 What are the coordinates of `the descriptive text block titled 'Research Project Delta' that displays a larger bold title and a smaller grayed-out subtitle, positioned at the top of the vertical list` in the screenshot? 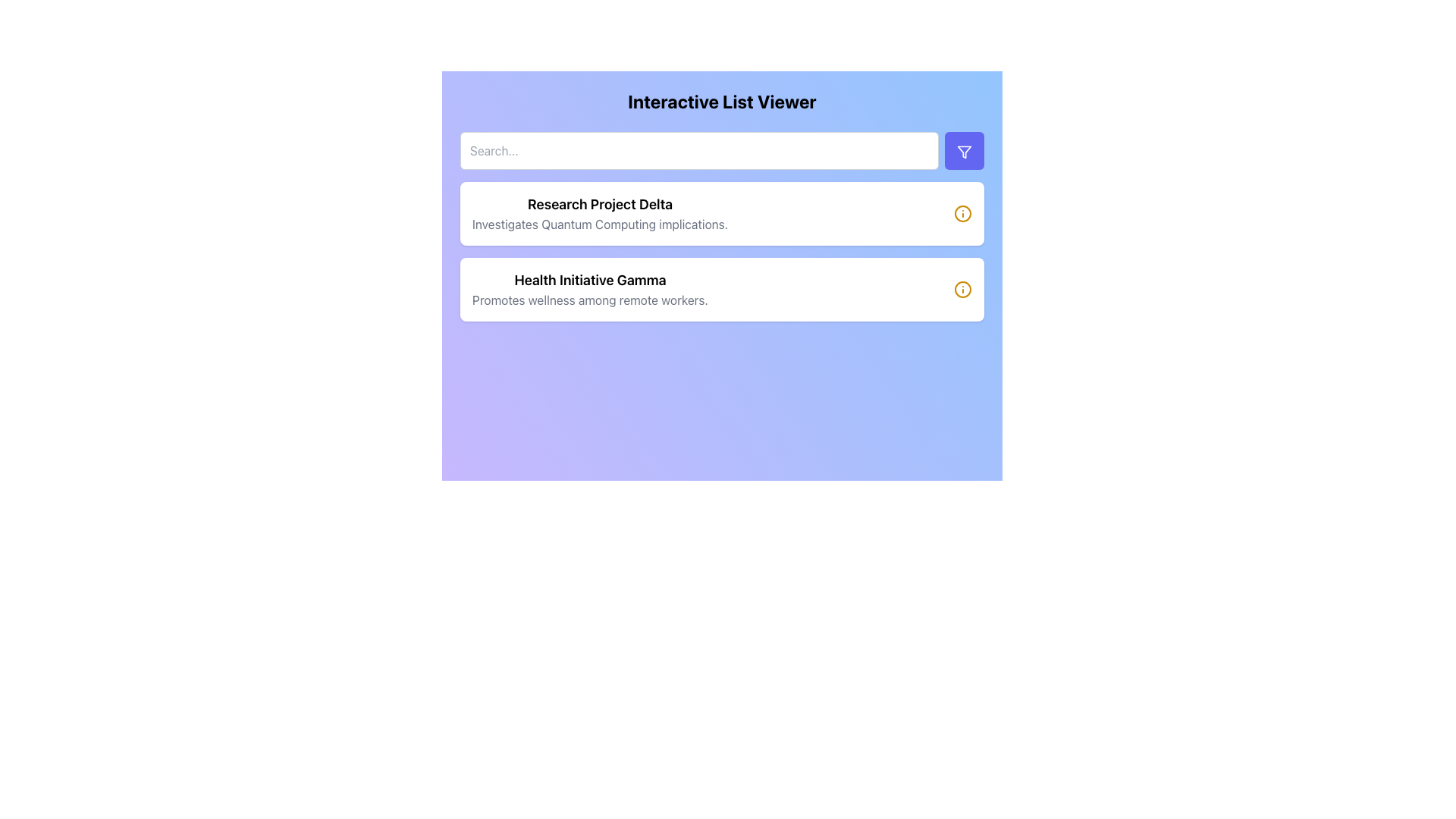 It's located at (599, 213).